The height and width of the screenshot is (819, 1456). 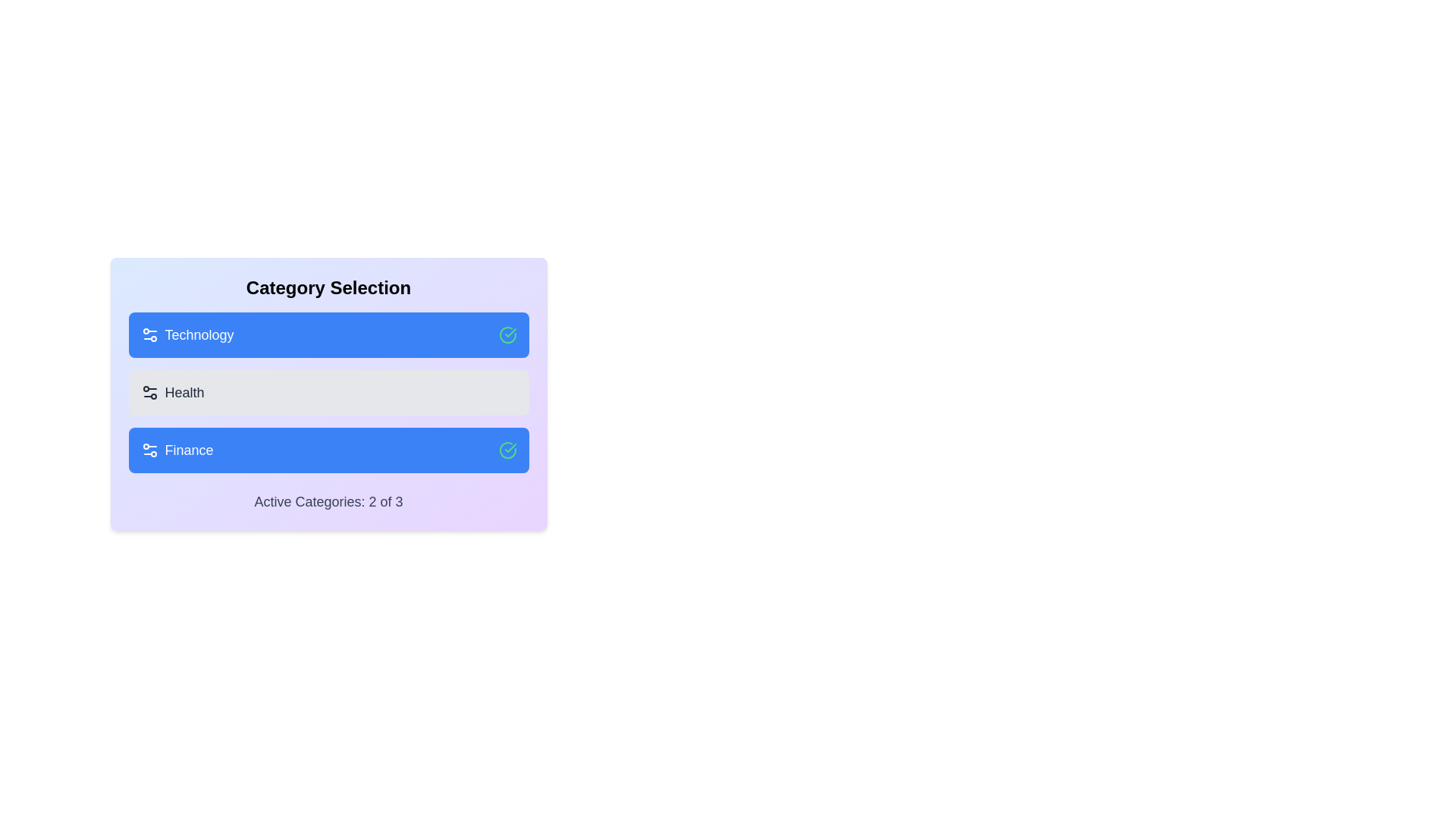 What do you see at coordinates (328, 334) in the screenshot?
I see `the 'Technology' category to toggle its active state` at bounding box center [328, 334].